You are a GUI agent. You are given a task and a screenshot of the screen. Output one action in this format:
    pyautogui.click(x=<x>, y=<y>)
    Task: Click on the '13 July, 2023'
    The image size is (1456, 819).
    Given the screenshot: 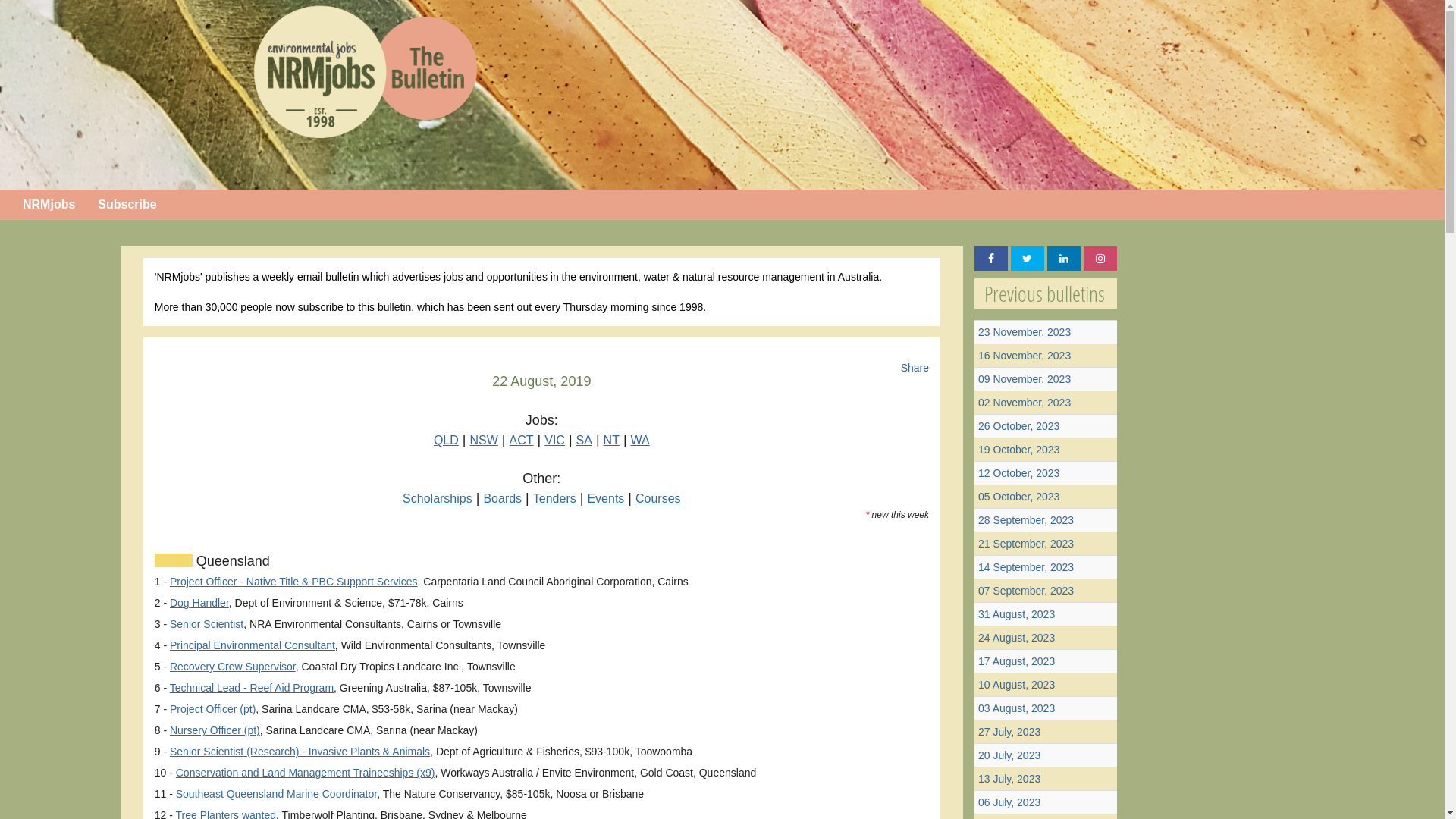 What is the action you would take?
    pyautogui.click(x=1009, y=778)
    